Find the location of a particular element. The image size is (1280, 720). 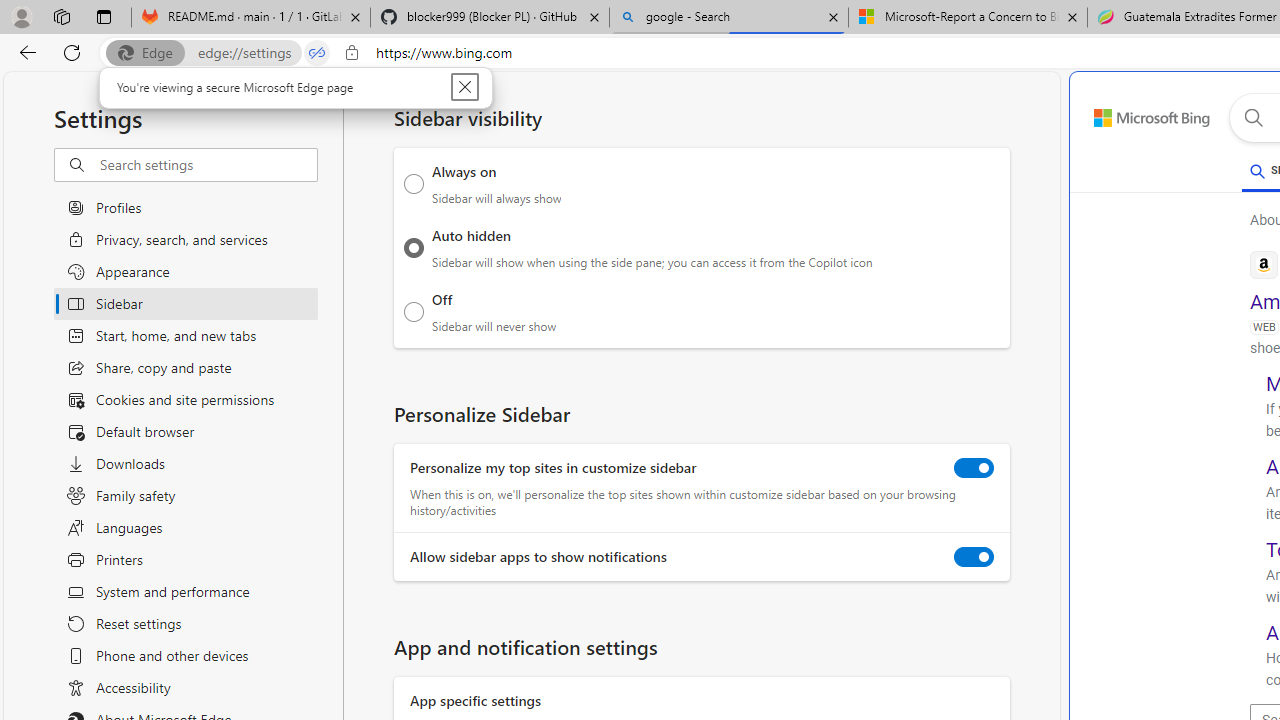

'Off Sidebar will never show' is located at coordinates (413, 311).